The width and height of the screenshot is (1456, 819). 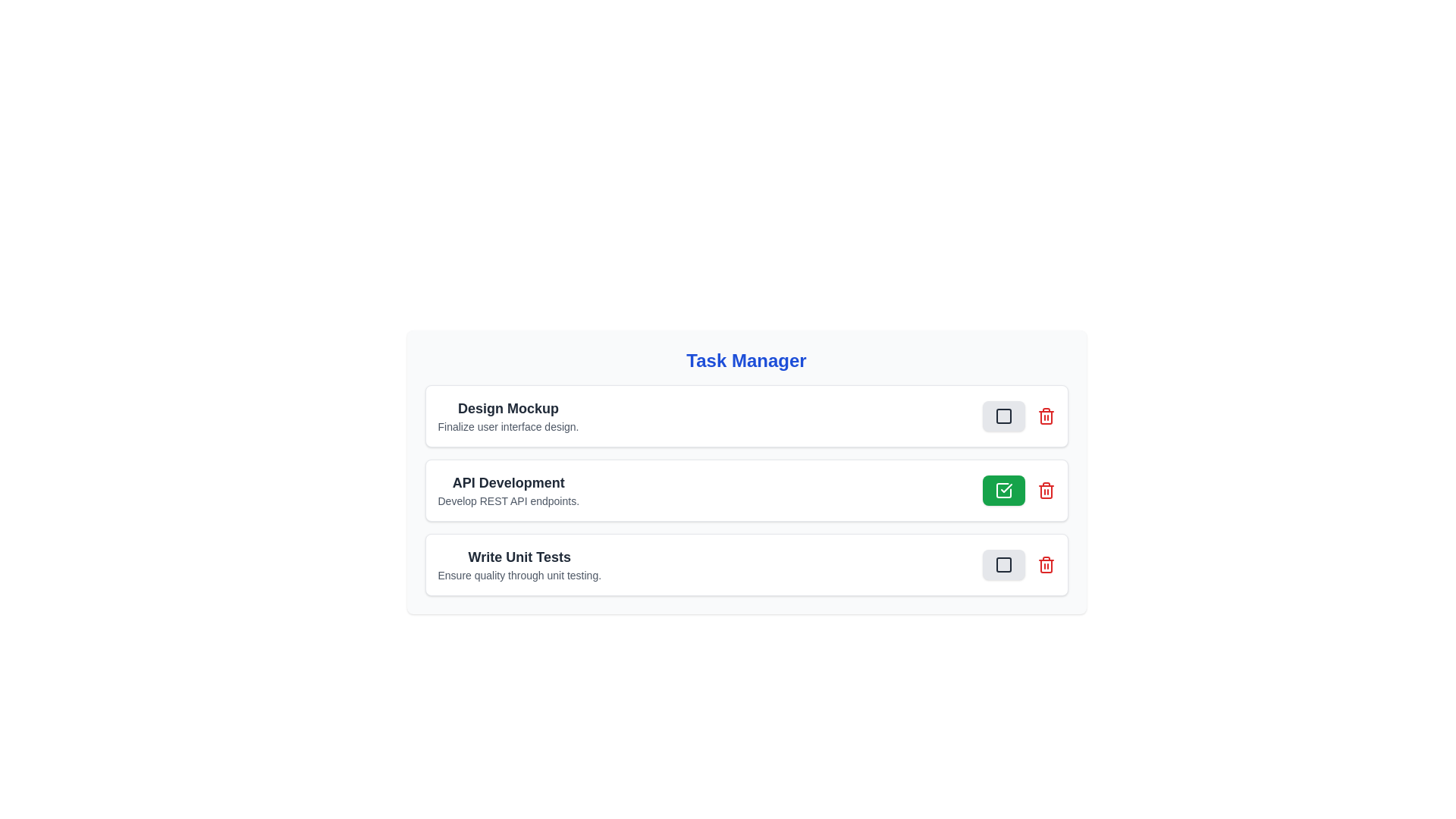 What do you see at coordinates (1018, 416) in the screenshot?
I see `the rounded rectangular button with a gray background and a square icon in its center` at bounding box center [1018, 416].